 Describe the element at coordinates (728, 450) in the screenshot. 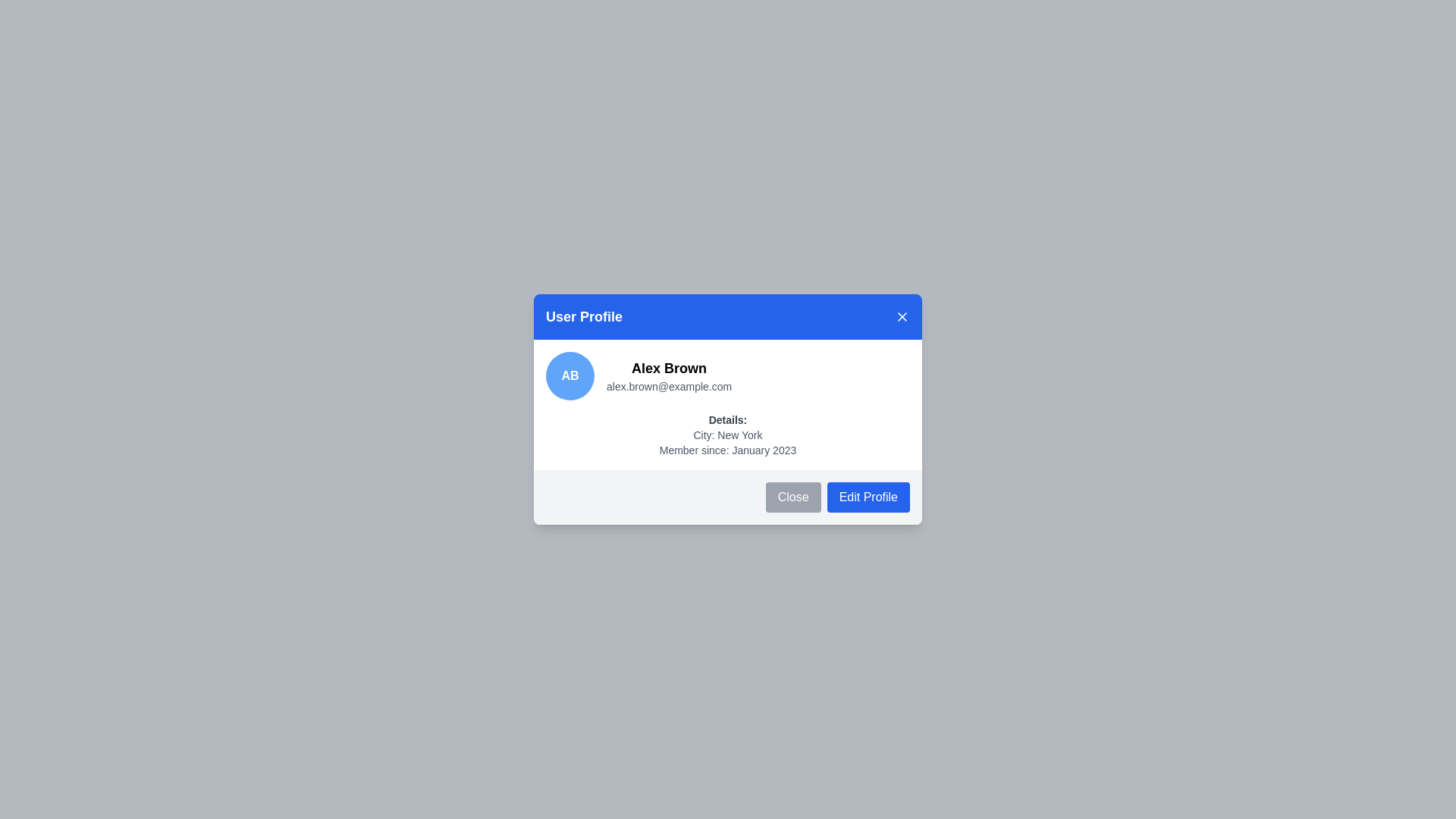

I see `the static text display that shows 'Member since: January 2023', located beneath 'City: New York' in the user profile section` at that location.